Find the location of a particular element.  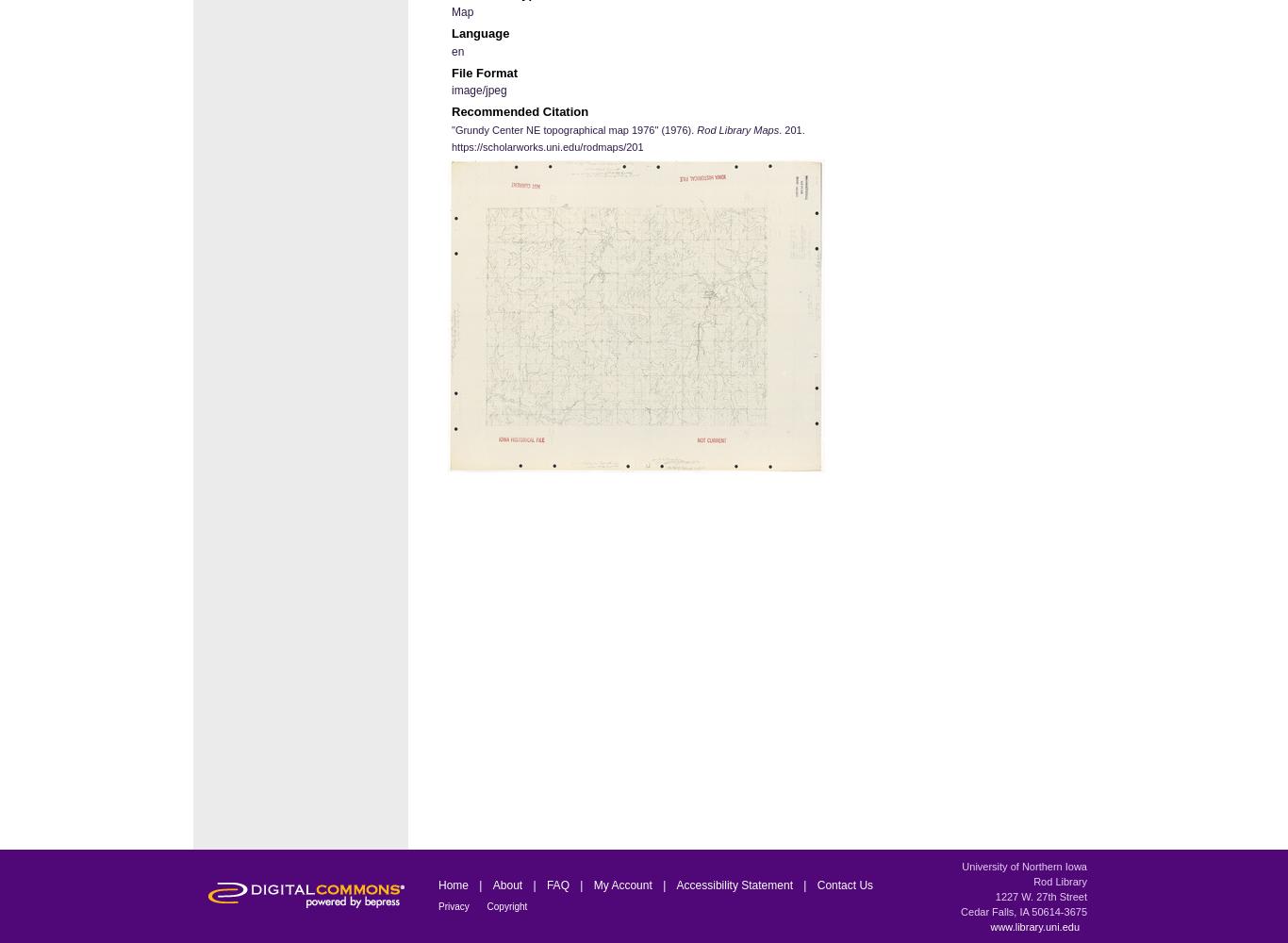

'en' is located at coordinates (457, 51).